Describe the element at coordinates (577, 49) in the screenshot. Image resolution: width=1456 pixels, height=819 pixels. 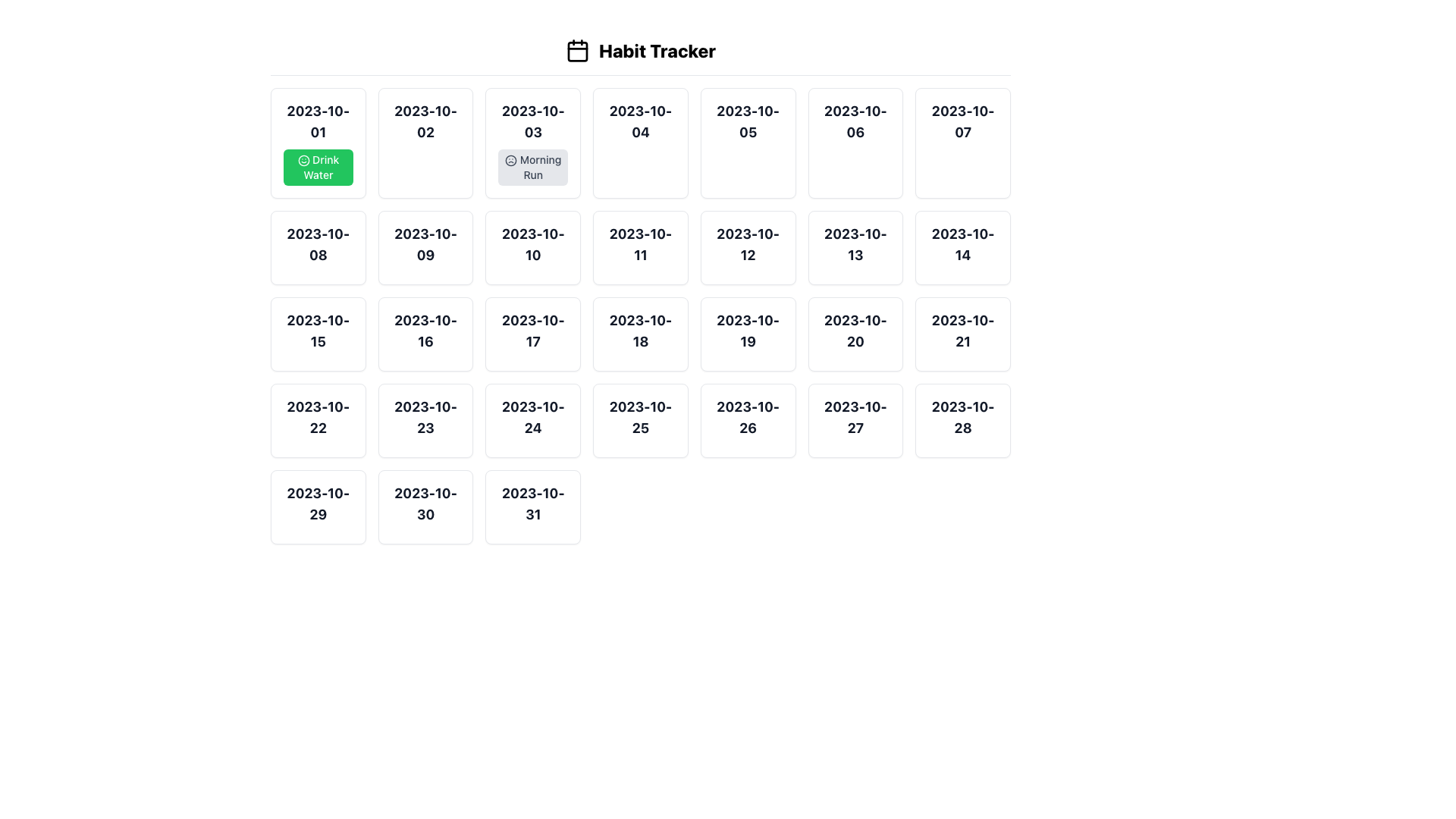
I see `the calendar icon with a black stroke and white background, located next to the 'Habit Tracker' heading at the top of the interface` at that location.